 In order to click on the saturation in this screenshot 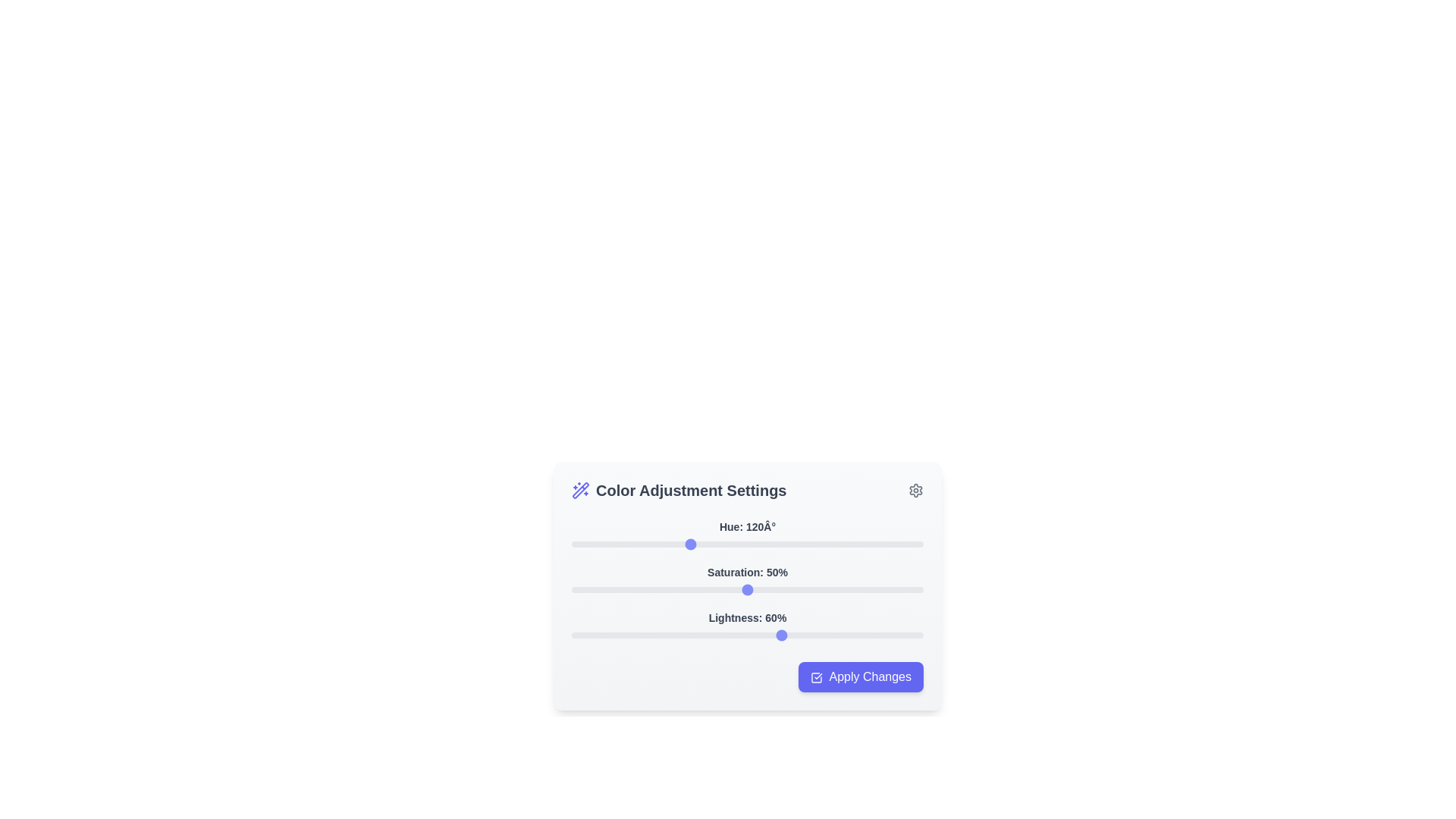, I will do `click(789, 589)`.